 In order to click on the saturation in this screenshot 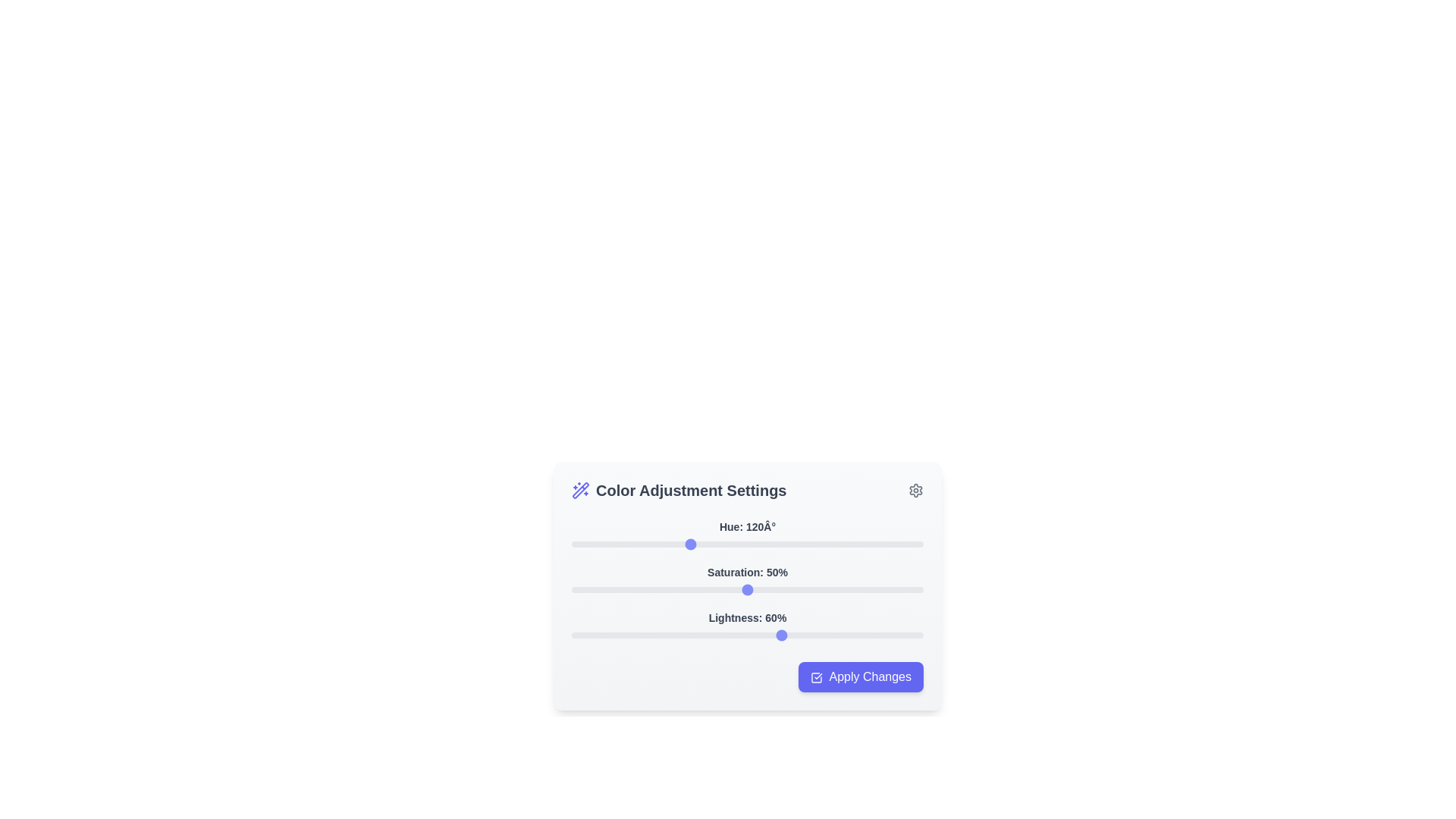, I will do `click(789, 589)`.